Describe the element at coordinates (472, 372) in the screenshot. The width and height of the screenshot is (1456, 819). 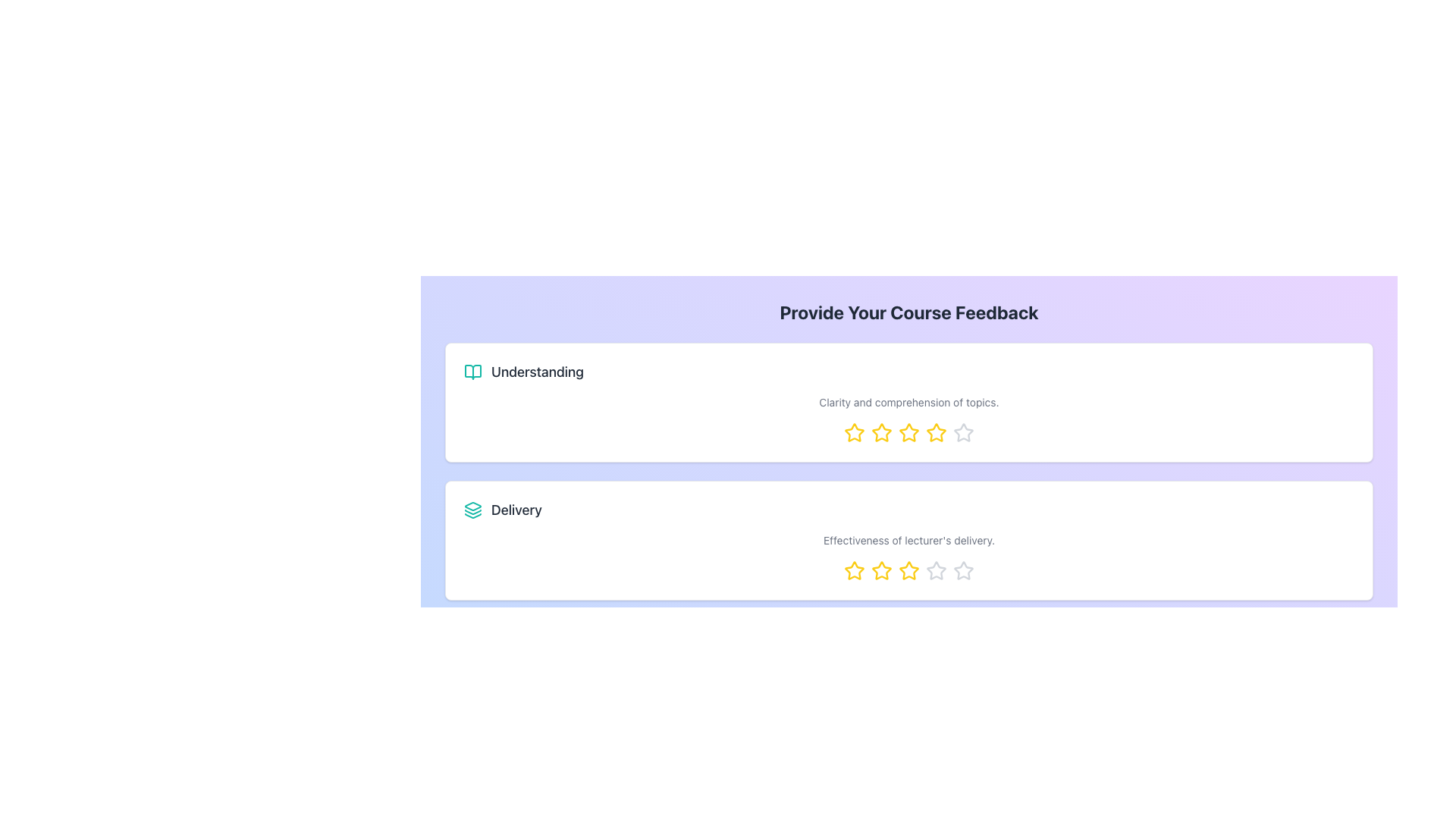
I see `the teal open book icon located to the left of the text 'Understanding' in the course feedback section` at that location.